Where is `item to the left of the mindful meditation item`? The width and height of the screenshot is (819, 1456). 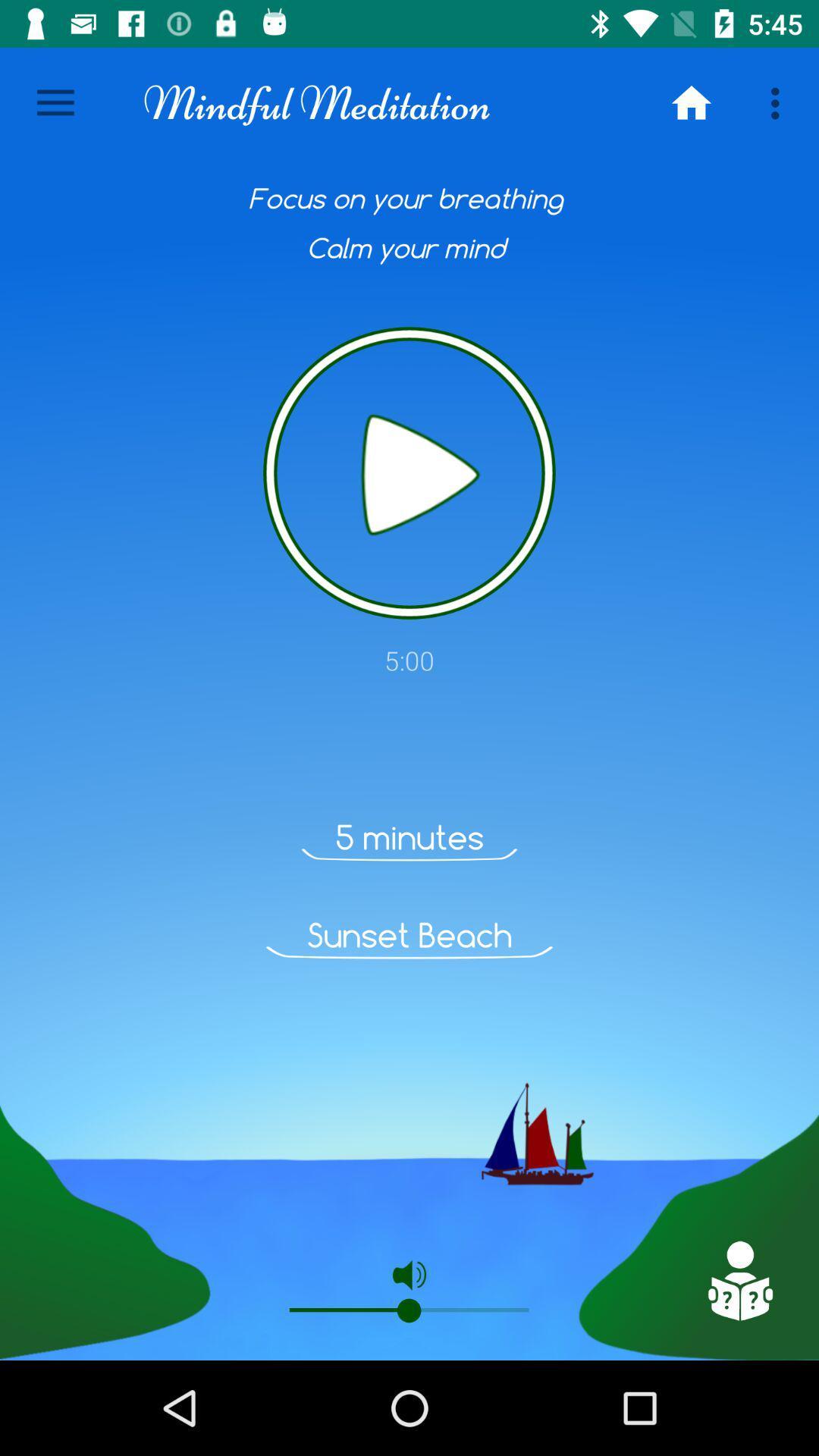
item to the left of the mindful meditation item is located at coordinates (55, 102).